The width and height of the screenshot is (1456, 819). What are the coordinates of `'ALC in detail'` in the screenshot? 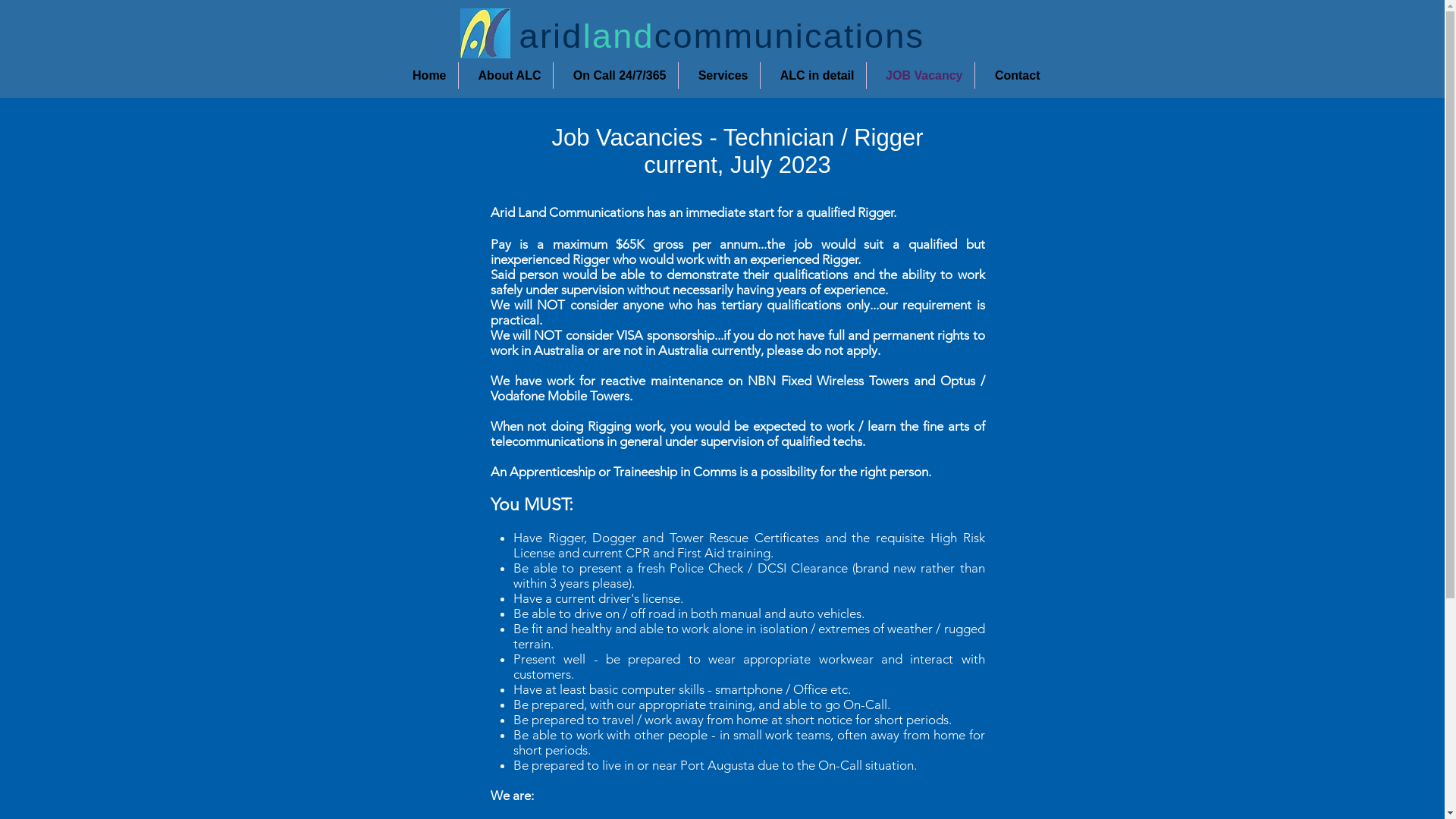 It's located at (811, 75).